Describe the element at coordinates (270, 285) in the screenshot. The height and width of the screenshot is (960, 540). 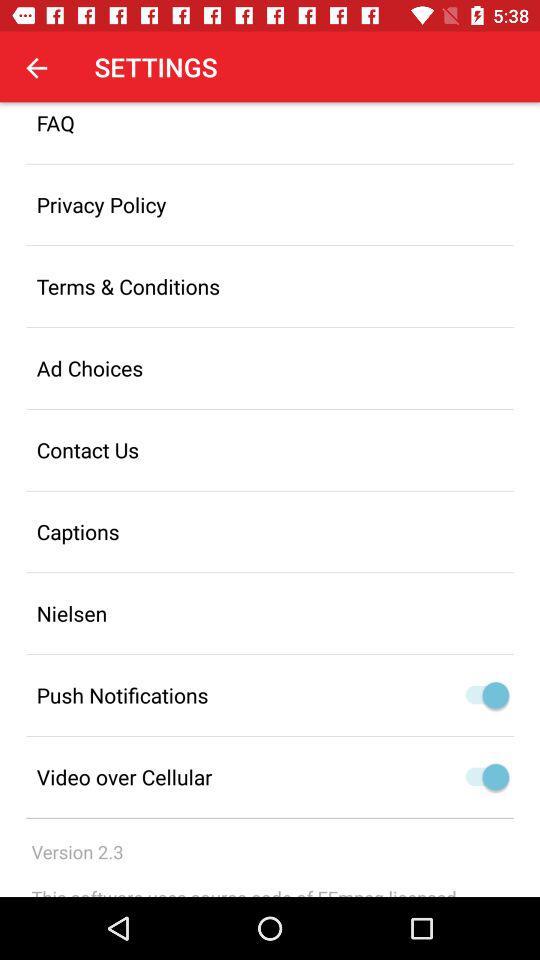
I see `the terms & conditions item` at that location.